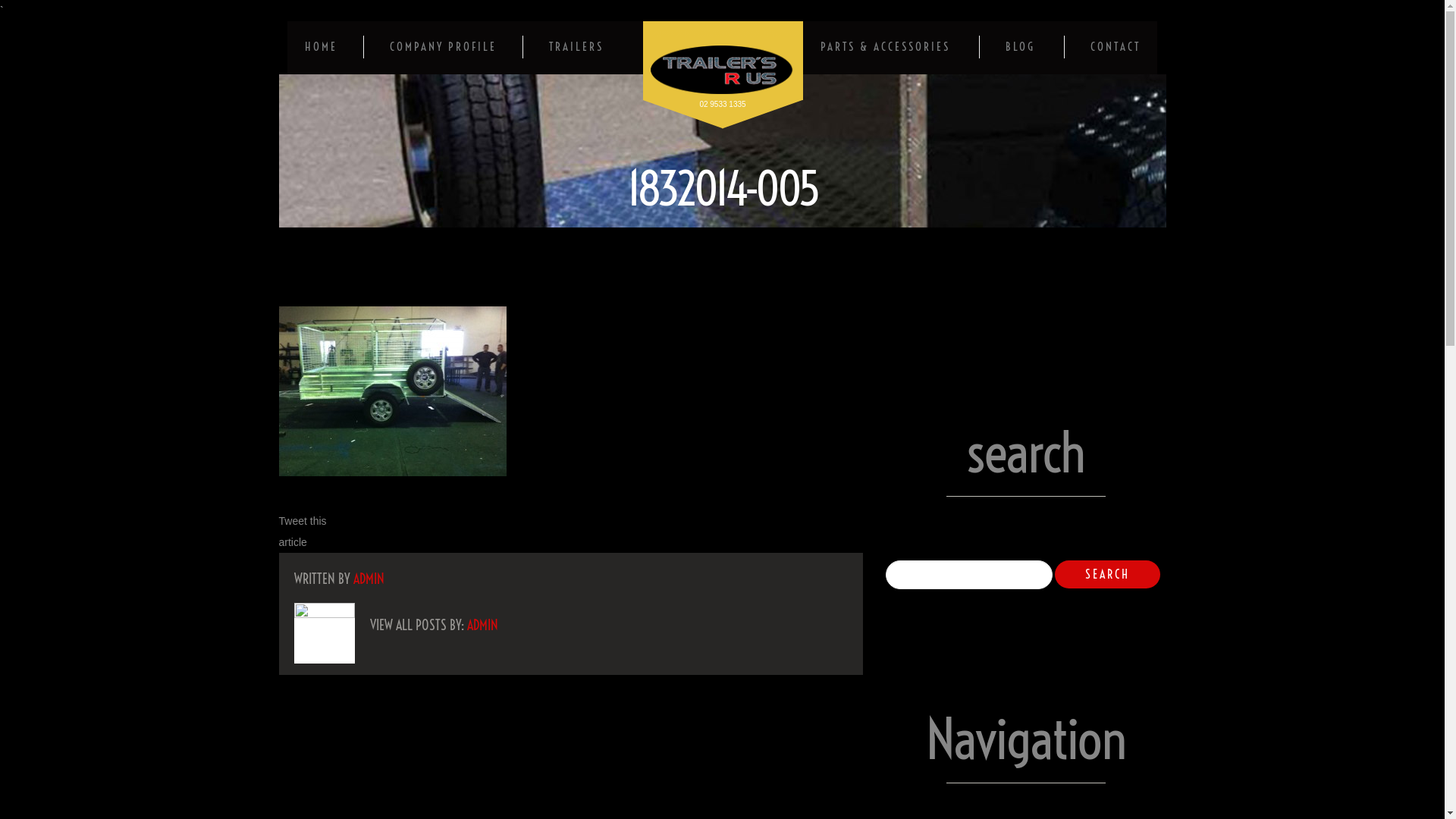 Image resolution: width=1456 pixels, height=819 pixels. What do you see at coordinates (1107, 574) in the screenshot?
I see `'search'` at bounding box center [1107, 574].